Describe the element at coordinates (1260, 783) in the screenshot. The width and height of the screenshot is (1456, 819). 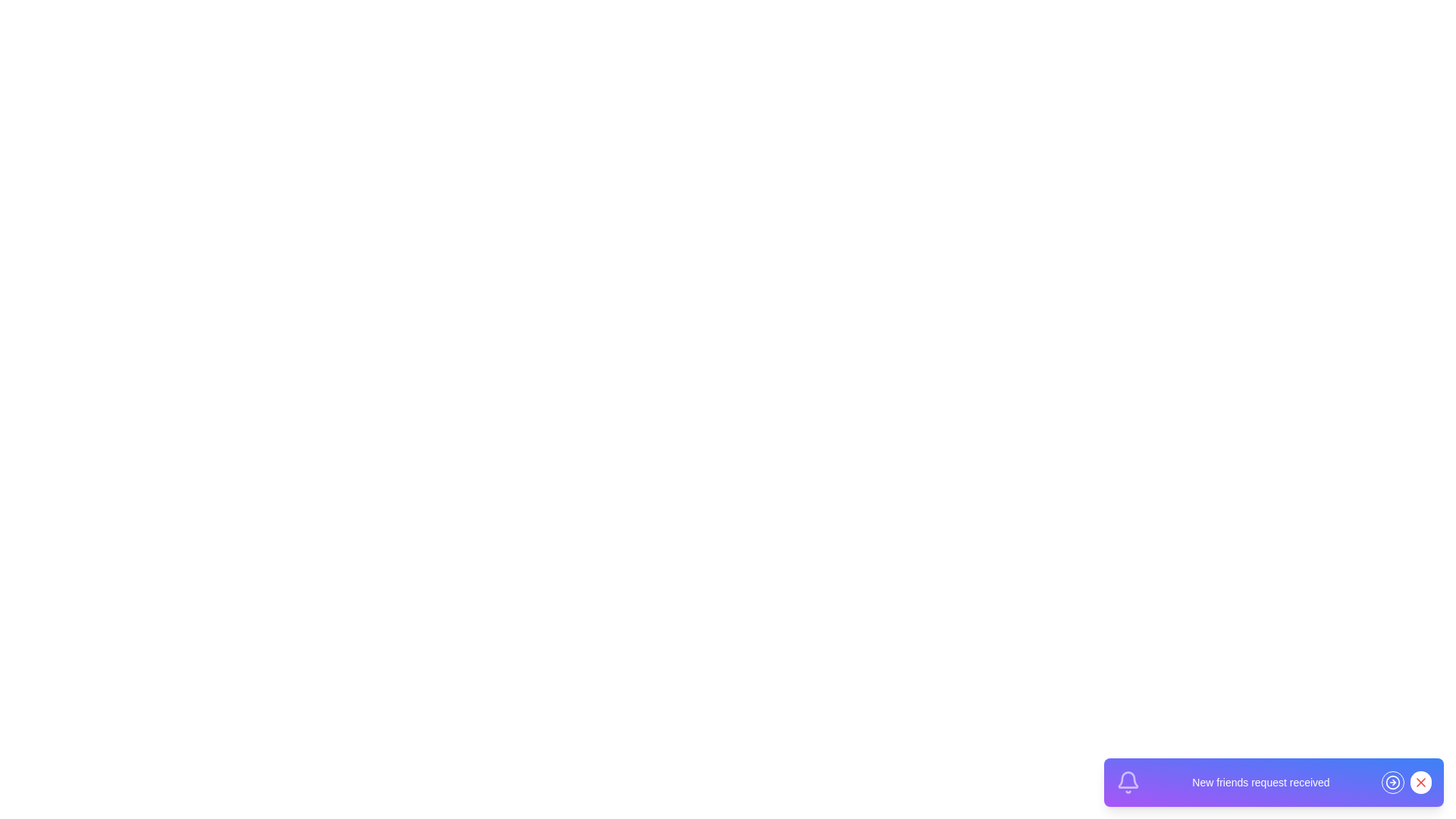
I see `the notification text displayed in the snackbar` at that location.